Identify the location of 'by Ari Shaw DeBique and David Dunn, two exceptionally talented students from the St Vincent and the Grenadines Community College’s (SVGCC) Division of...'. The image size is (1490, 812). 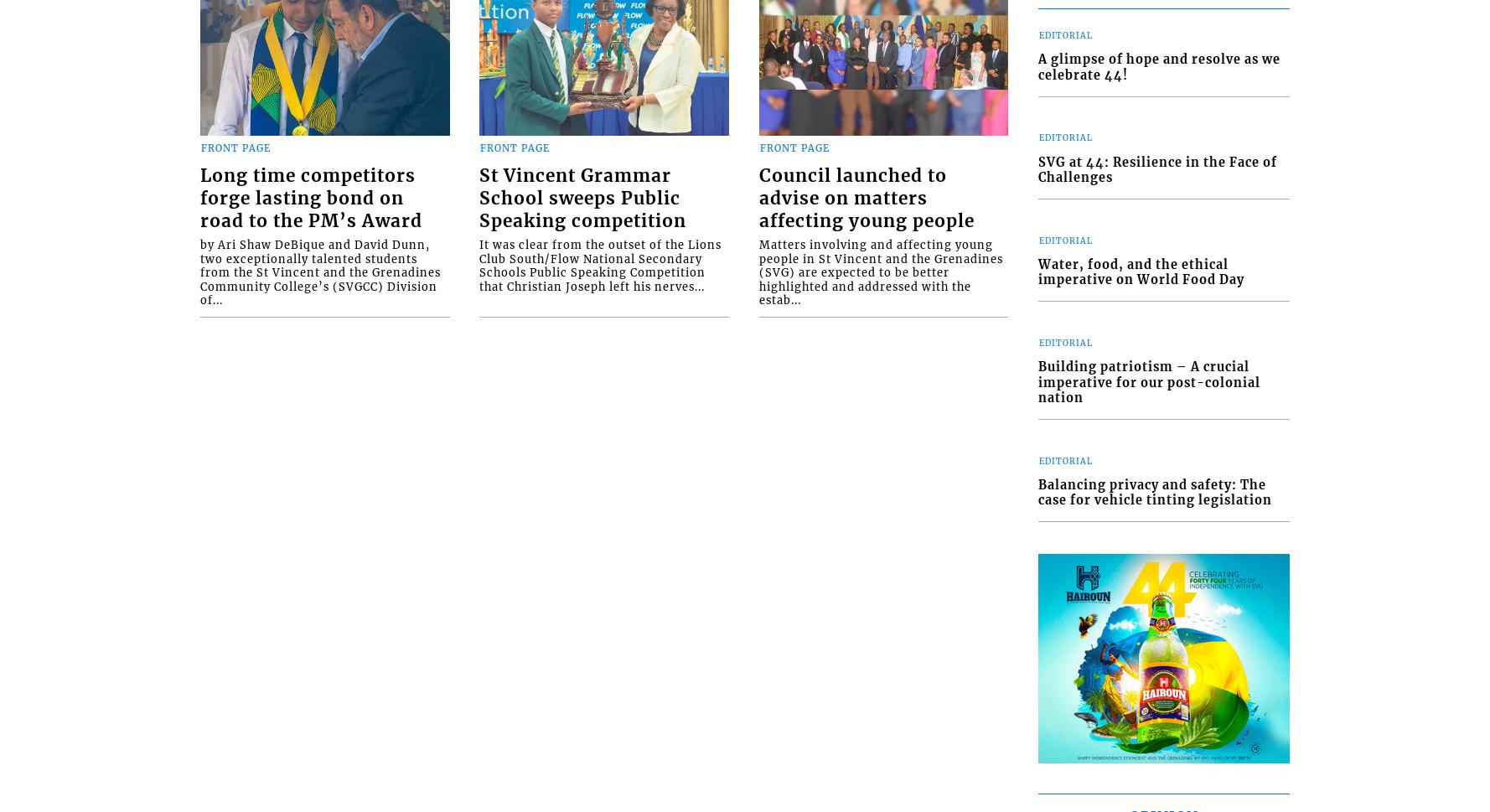
(320, 271).